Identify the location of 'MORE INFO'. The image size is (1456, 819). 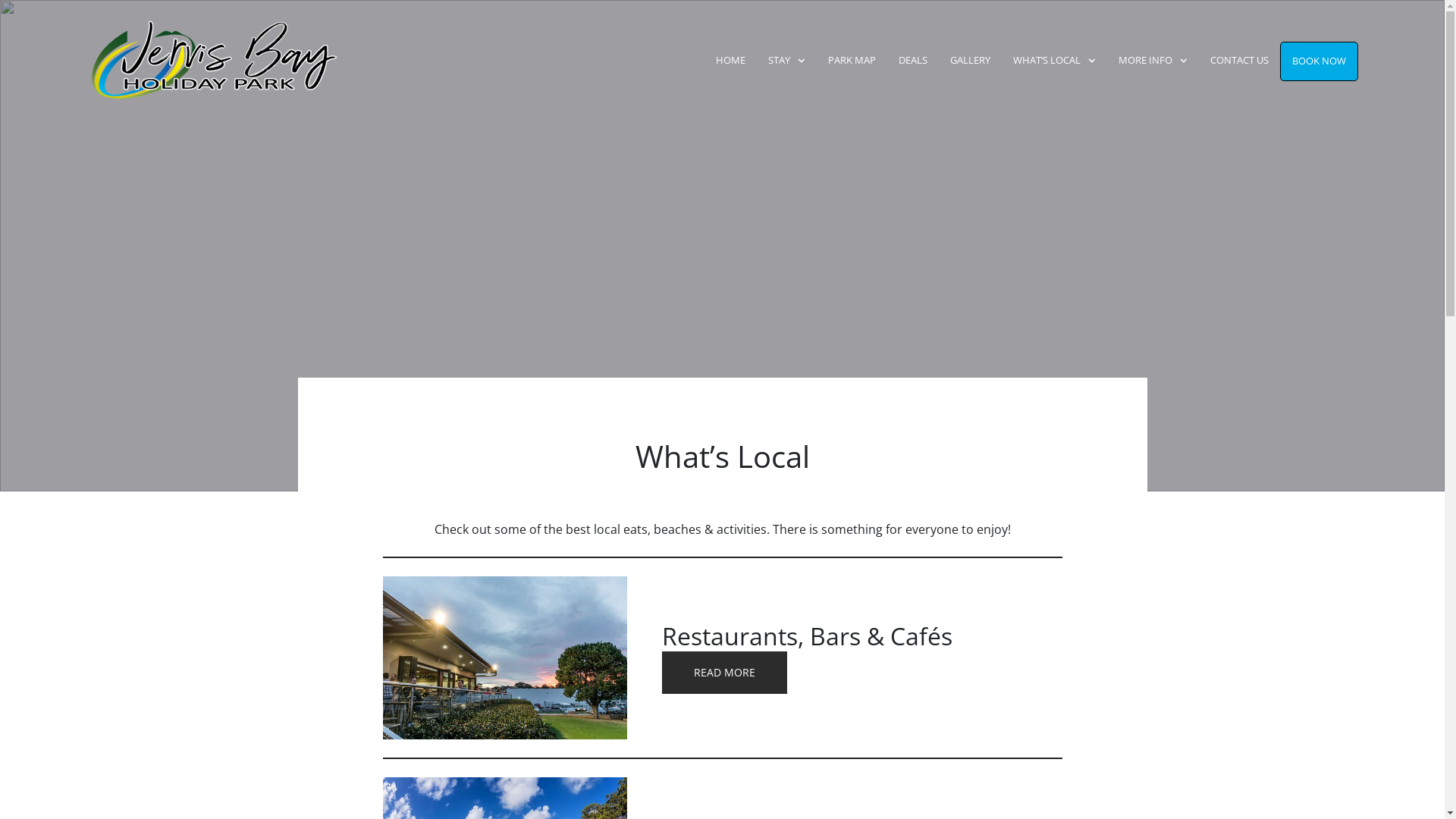
(1153, 60).